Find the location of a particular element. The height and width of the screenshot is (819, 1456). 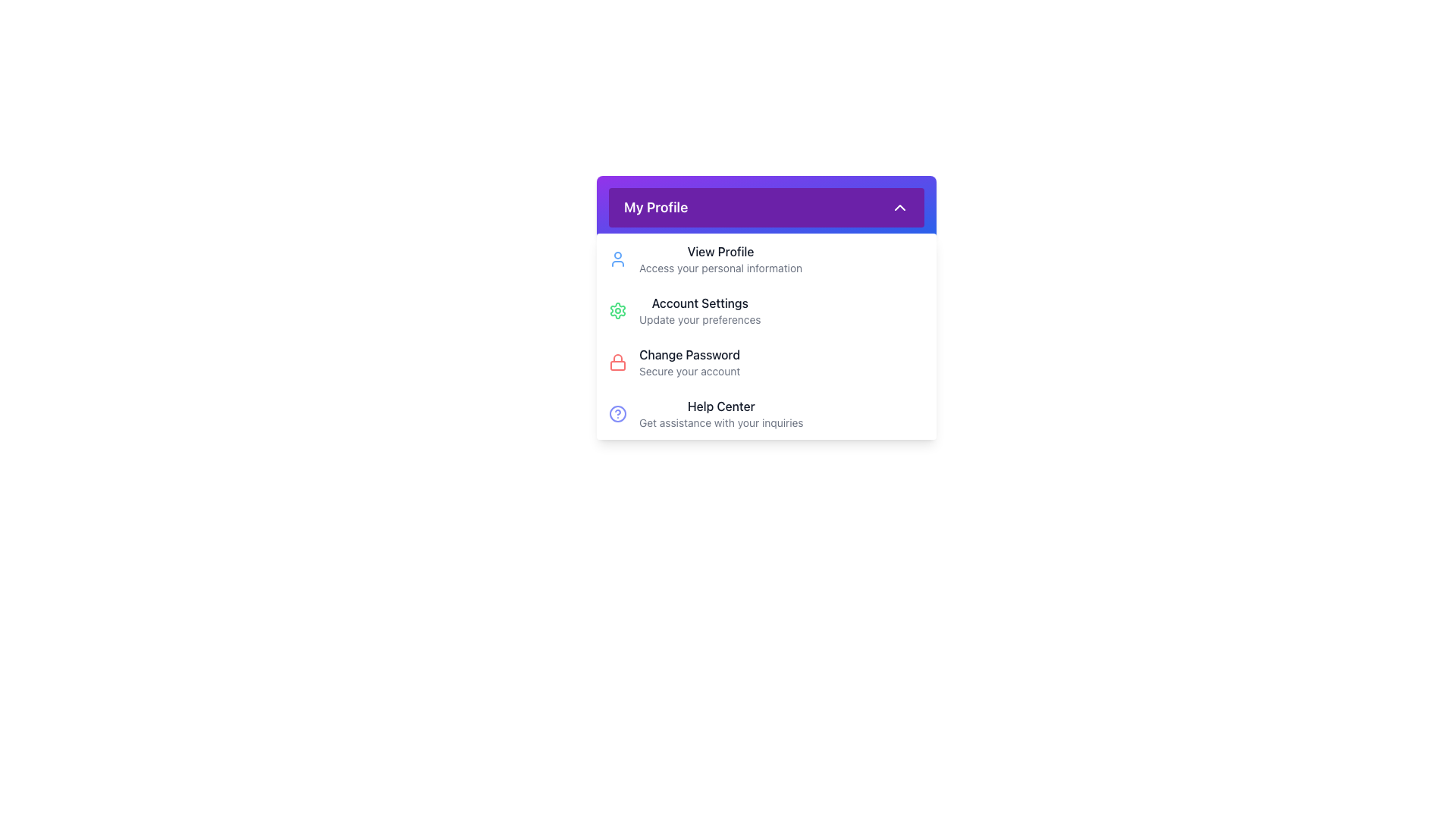

the bottom-most navigation item in the 'My Profile' dropdown menu is located at coordinates (767, 414).